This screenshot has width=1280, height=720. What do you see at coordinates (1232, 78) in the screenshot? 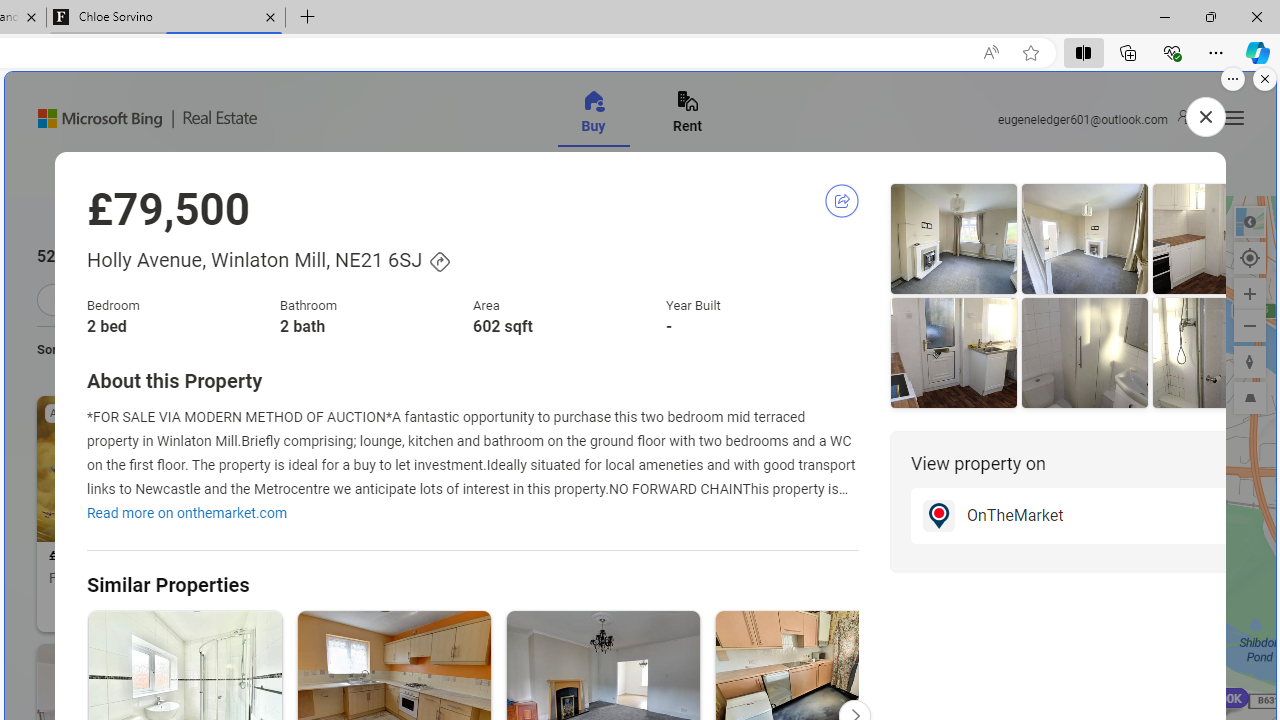
I see `'More options.'` at bounding box center [1232, 78].